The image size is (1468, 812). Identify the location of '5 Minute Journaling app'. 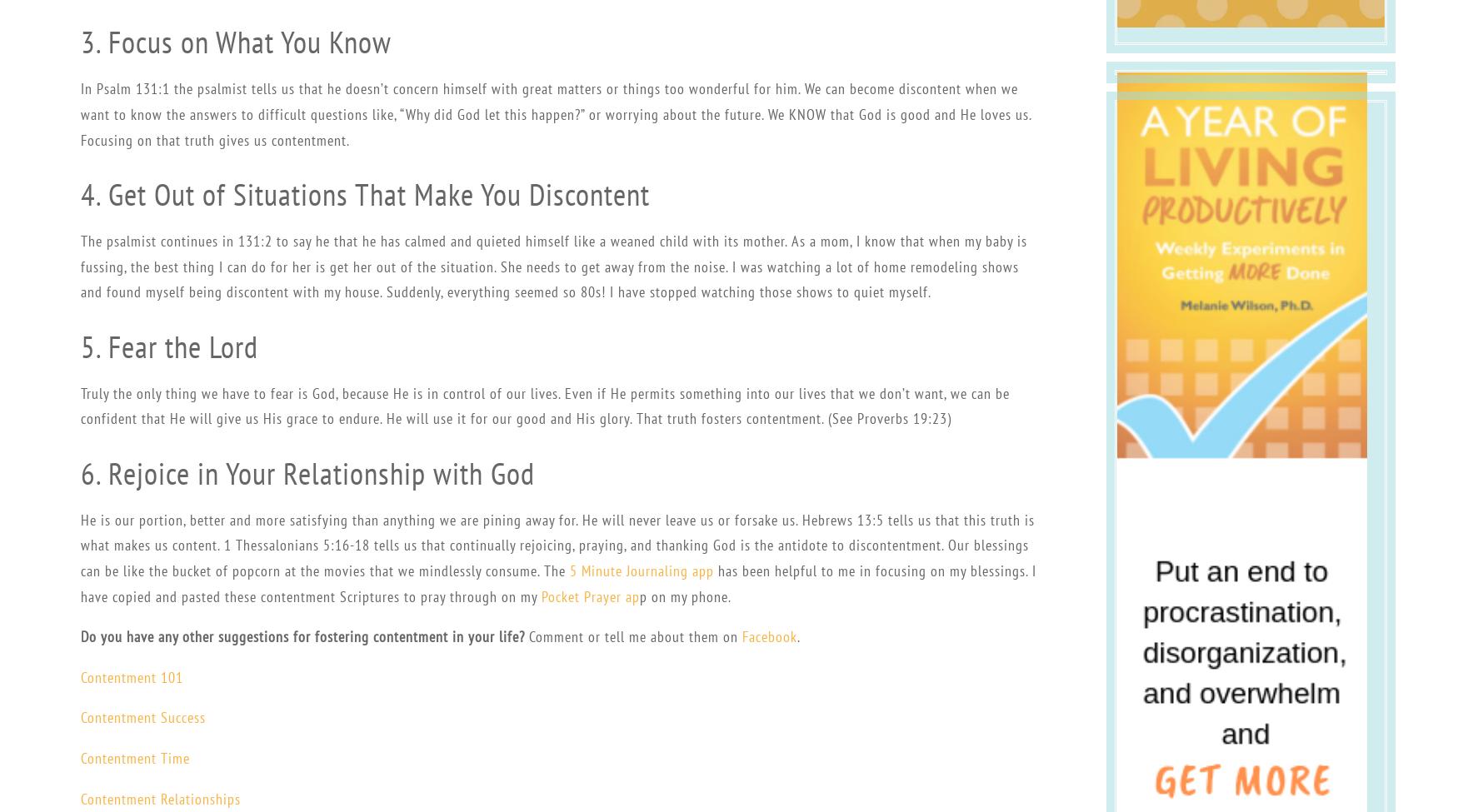
(637, 569).